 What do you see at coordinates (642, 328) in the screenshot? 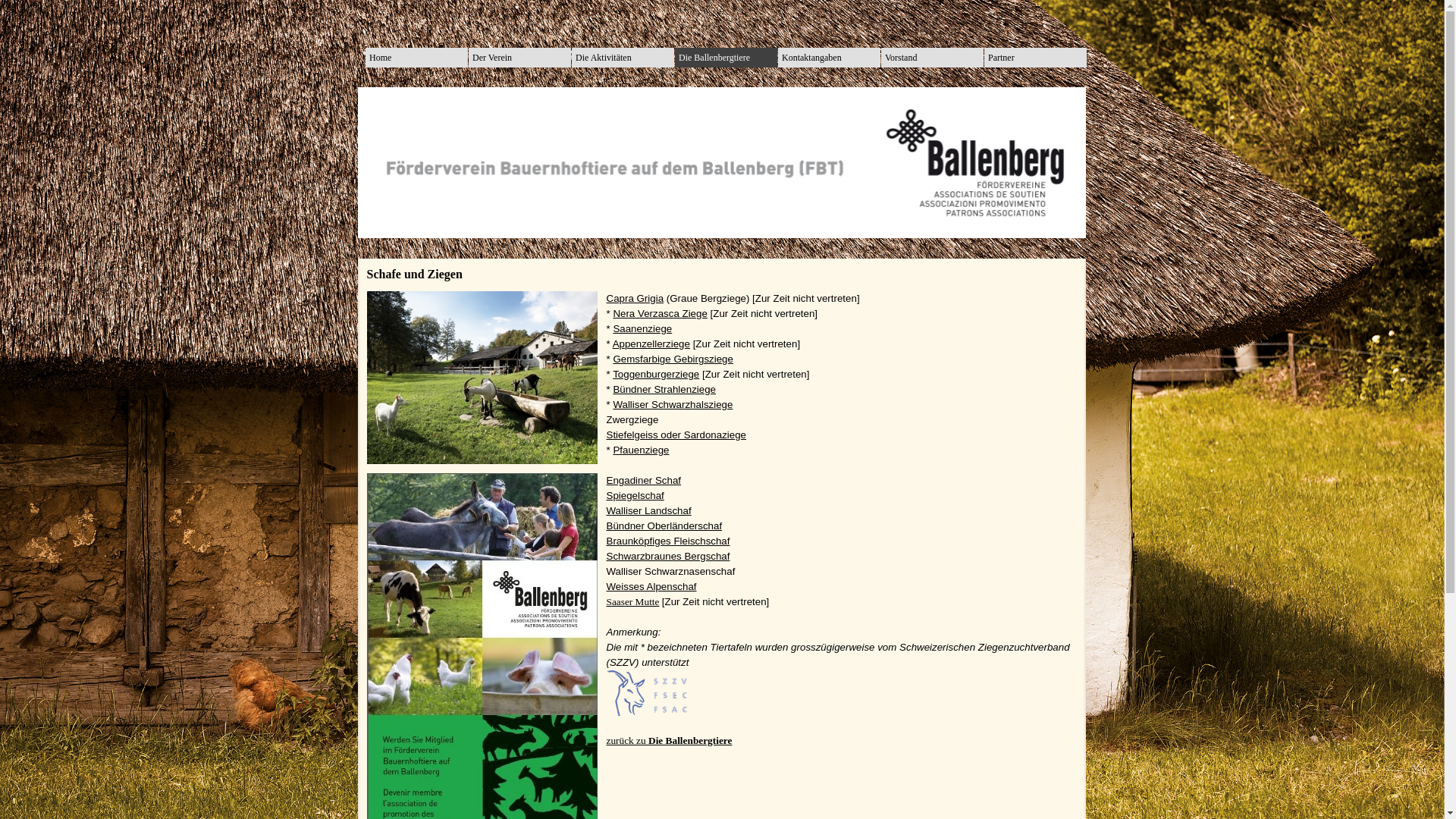
I see `'Saanenziege'` at bounding box center [642, 328].